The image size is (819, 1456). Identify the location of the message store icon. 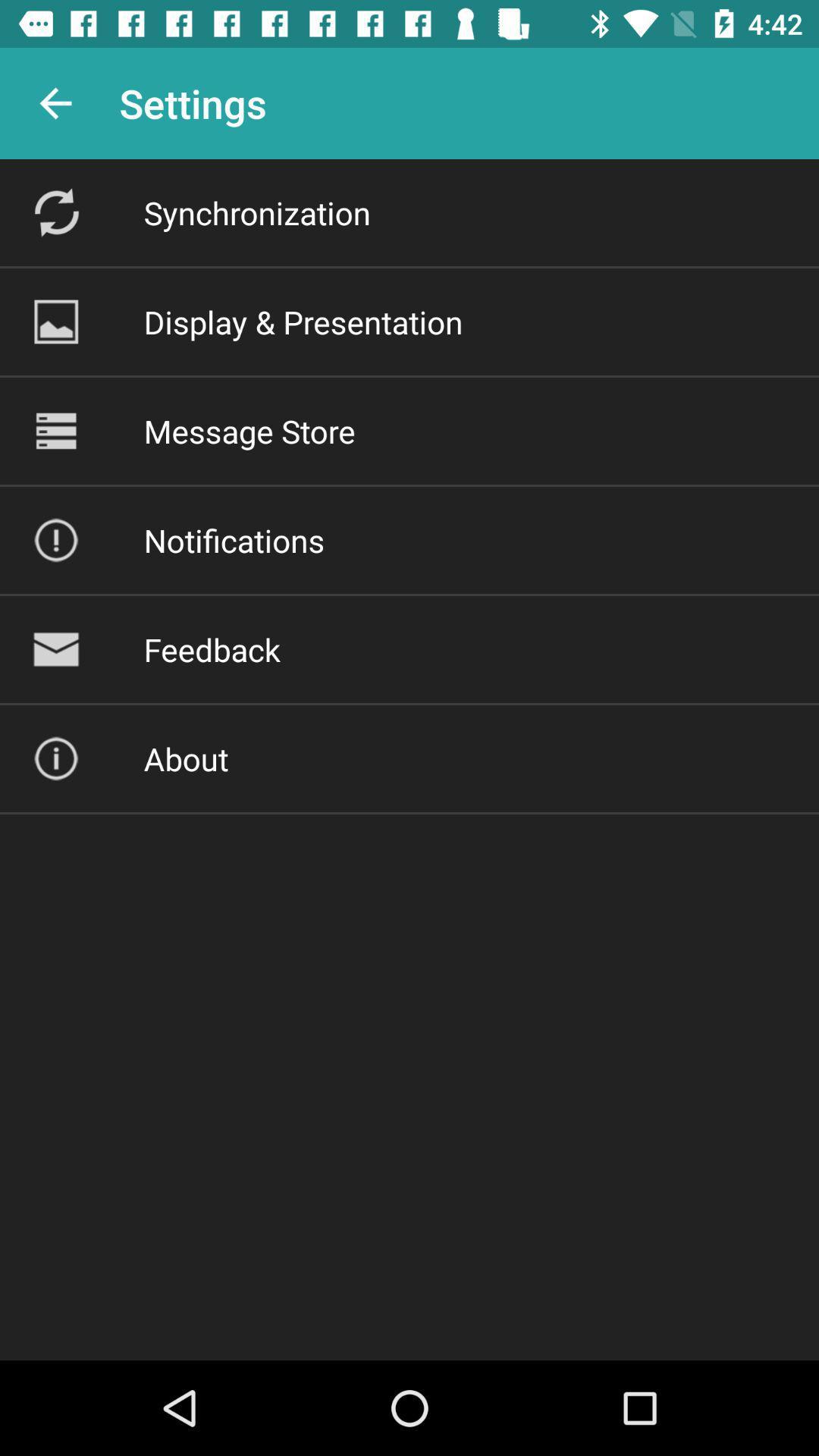
(249, 430).